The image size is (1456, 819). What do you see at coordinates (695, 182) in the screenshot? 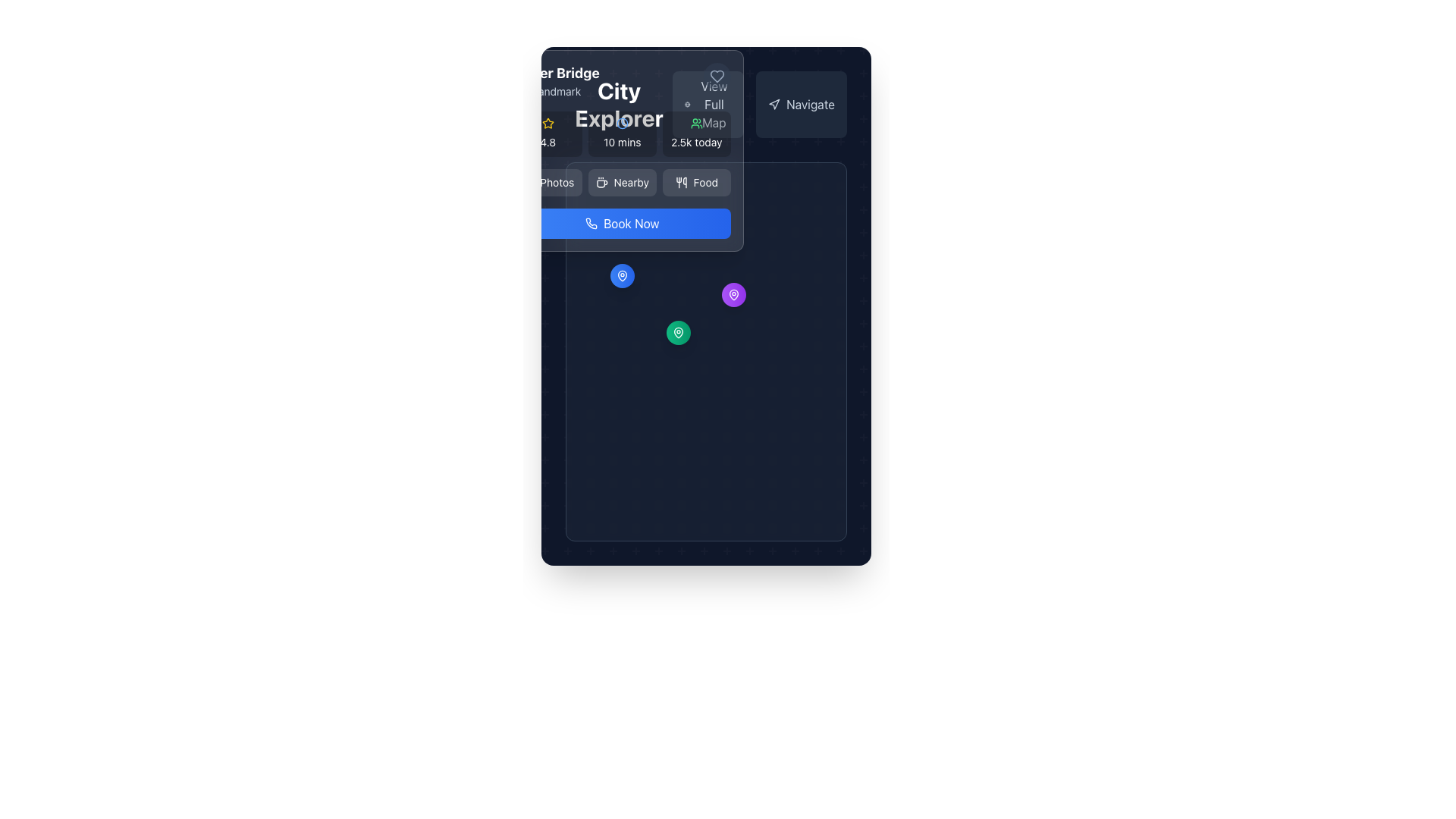
I see `the fourth button from the left, which serves as a navigation option to the food section` at bounding box center [695, 182].